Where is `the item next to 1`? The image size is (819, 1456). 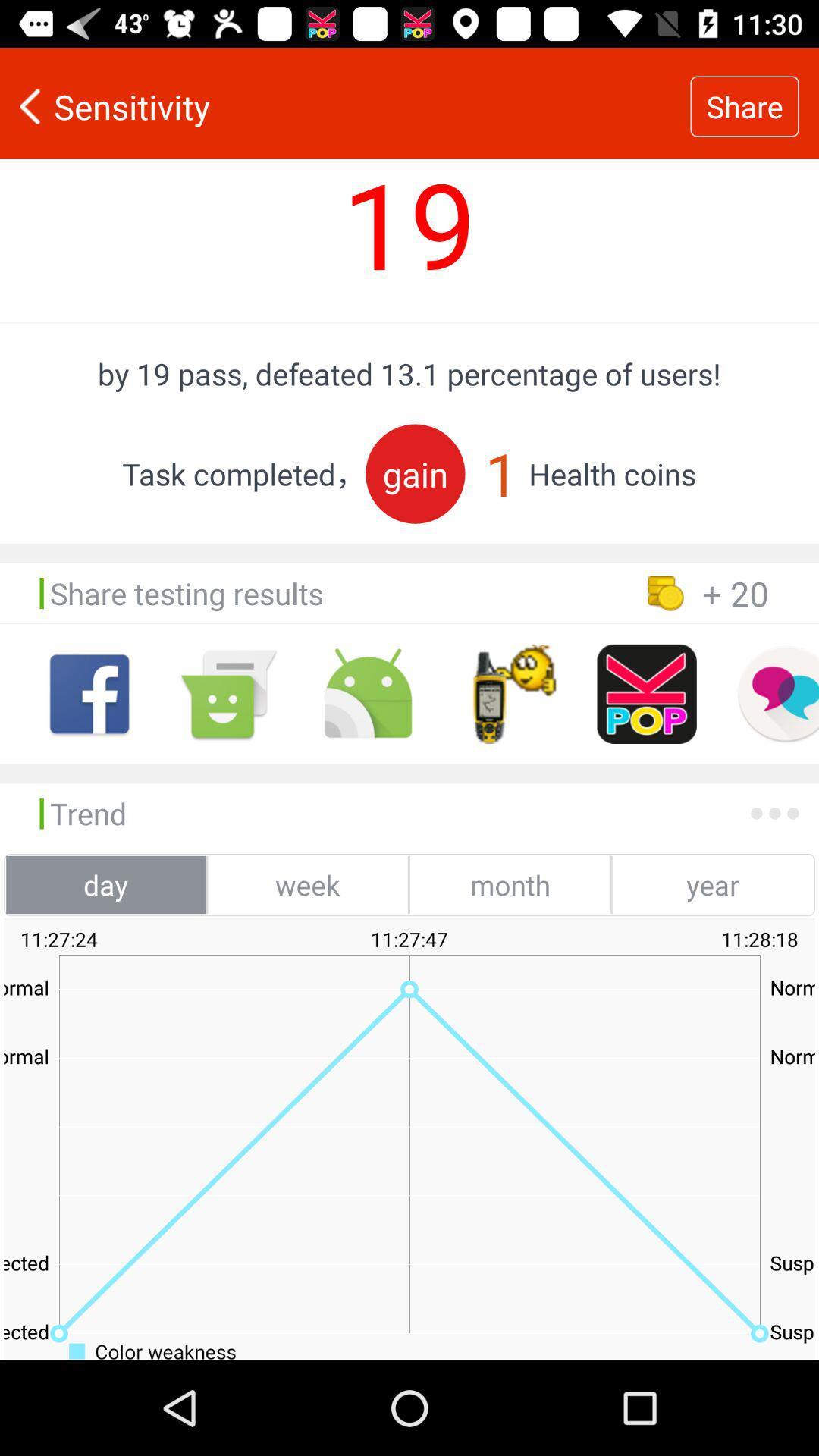
the item next to 1 is located at coordinates (415, 473).